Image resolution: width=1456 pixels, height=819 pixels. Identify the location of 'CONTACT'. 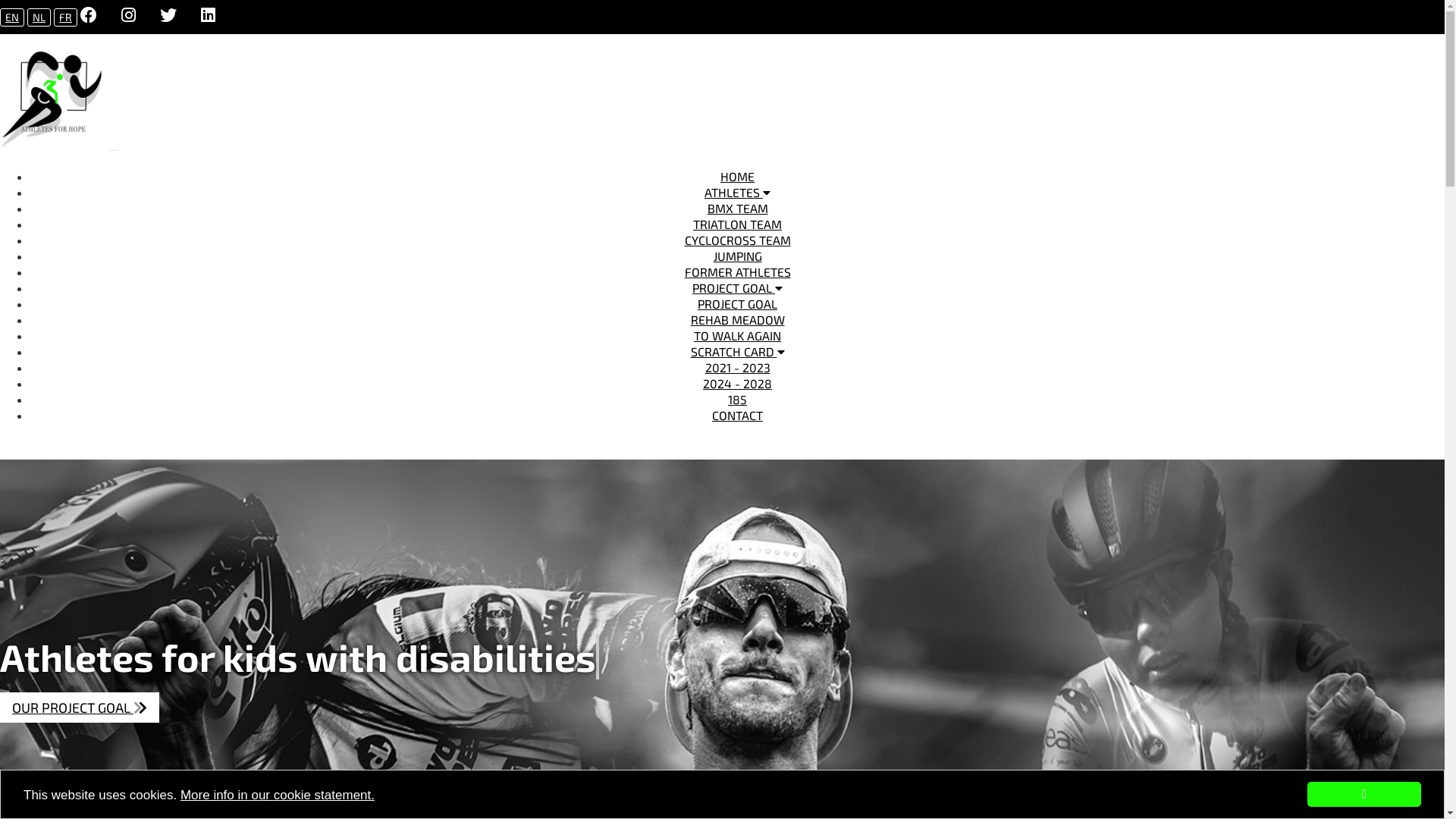
(711, 415).